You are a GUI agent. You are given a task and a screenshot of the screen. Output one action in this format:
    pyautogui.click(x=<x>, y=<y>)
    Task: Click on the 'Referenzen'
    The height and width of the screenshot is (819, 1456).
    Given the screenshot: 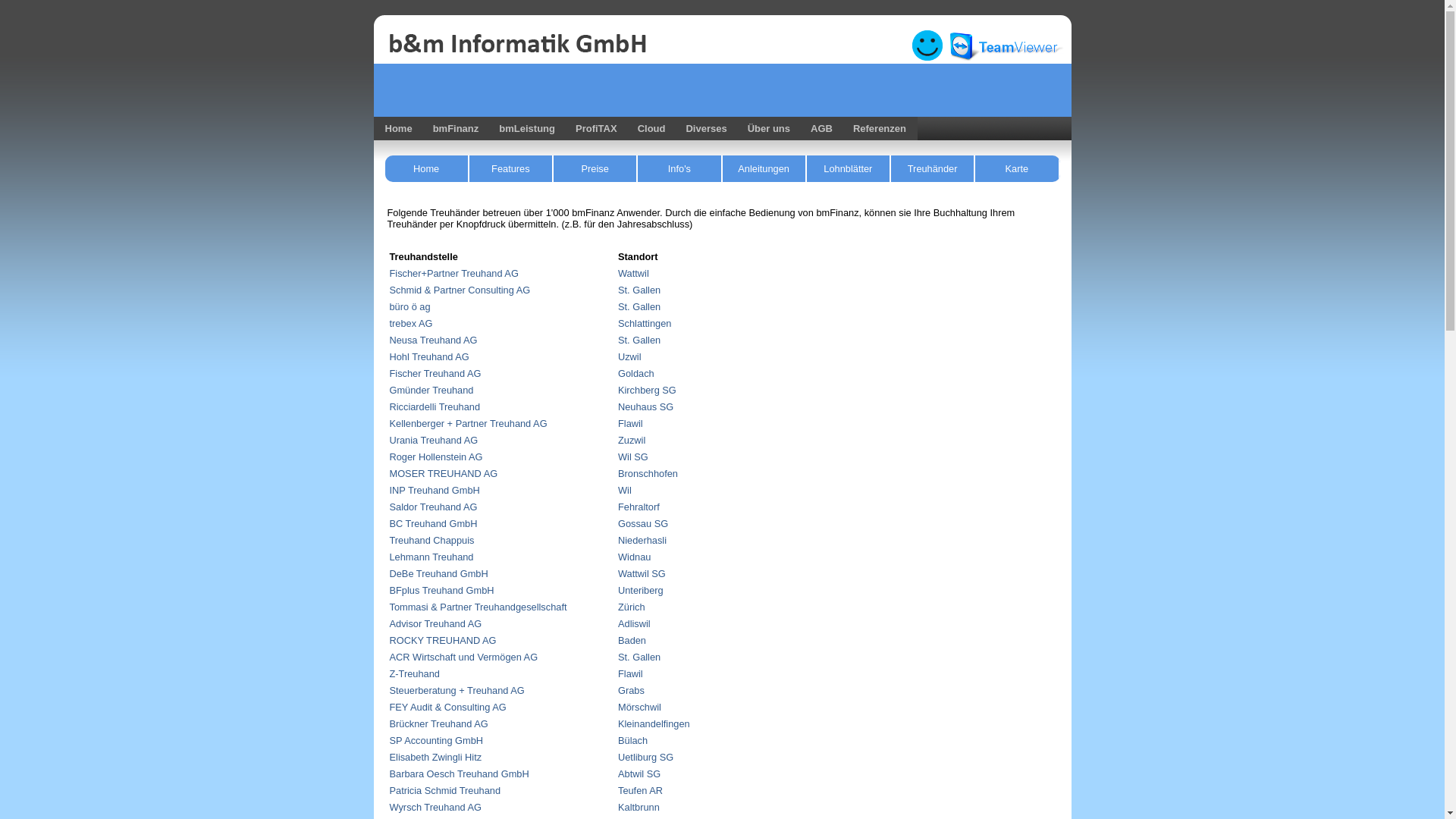 What is the action you would take?
    pyautogui.click(x=840, y=127)
    